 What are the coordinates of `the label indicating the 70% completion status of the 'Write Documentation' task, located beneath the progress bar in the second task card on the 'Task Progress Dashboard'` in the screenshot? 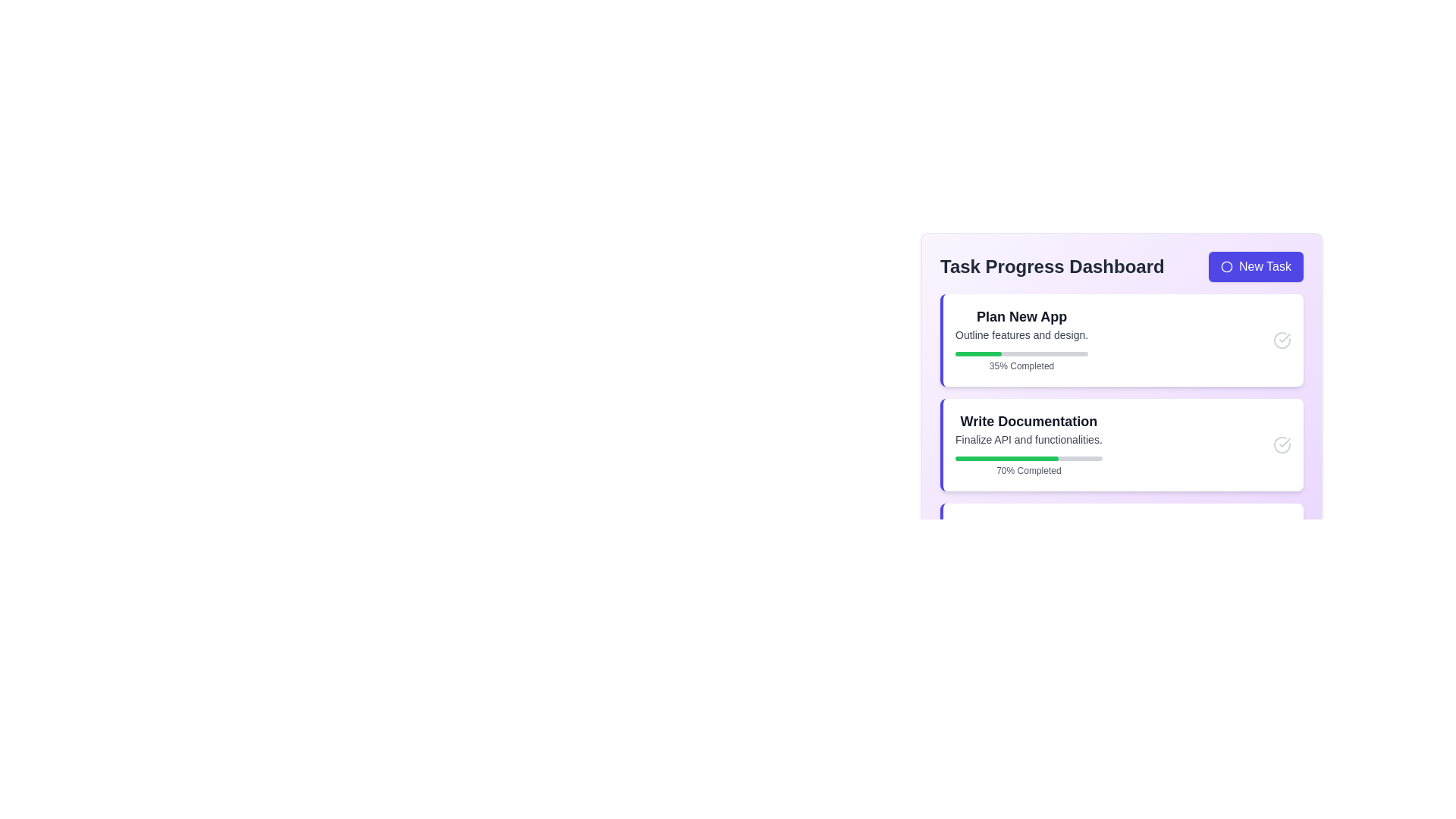 It's located at (1028, 470).